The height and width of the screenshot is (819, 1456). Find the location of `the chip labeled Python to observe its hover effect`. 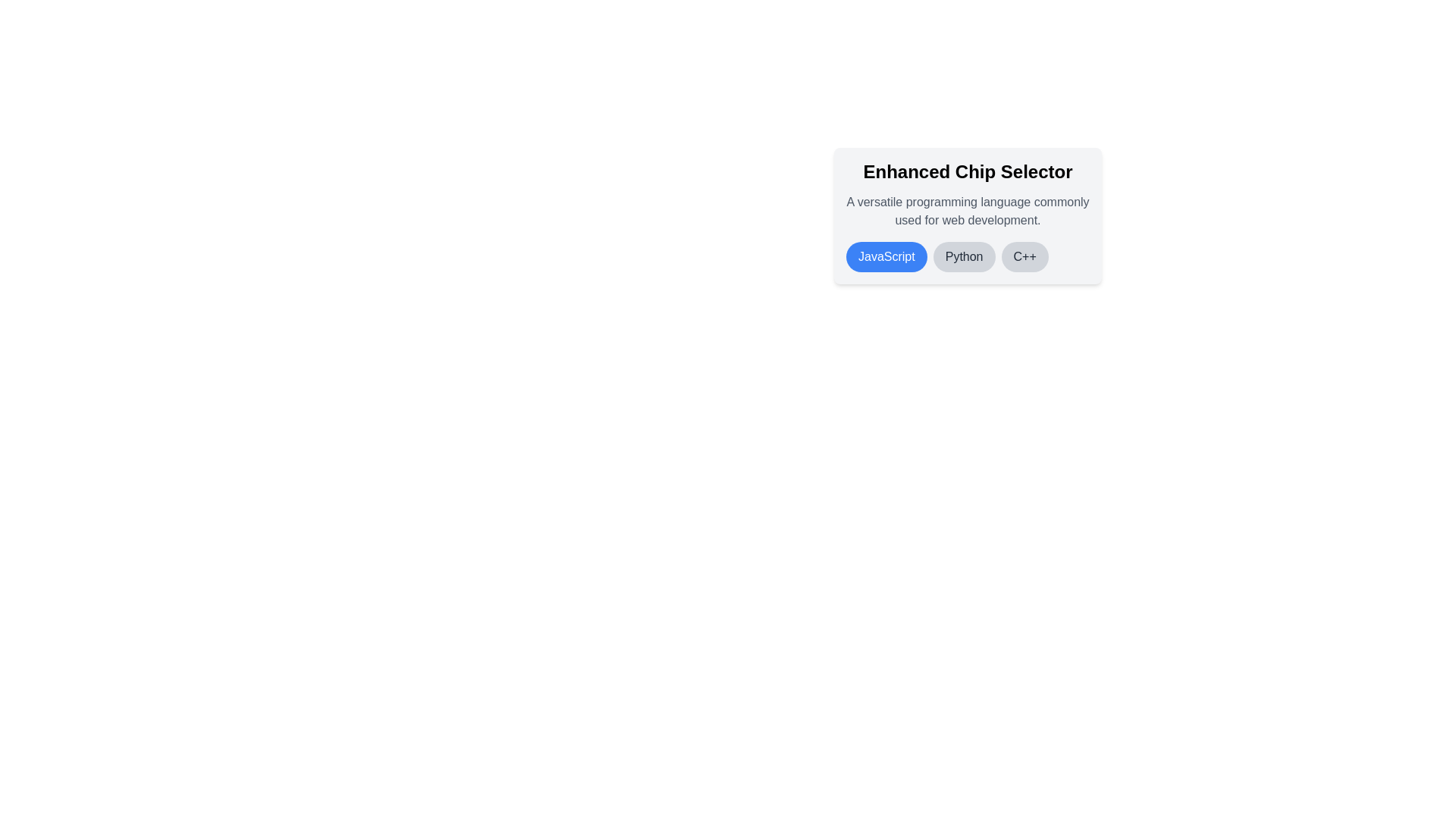

the chip labeled Python to observe its hover effect is located at coordinates (963, 256).